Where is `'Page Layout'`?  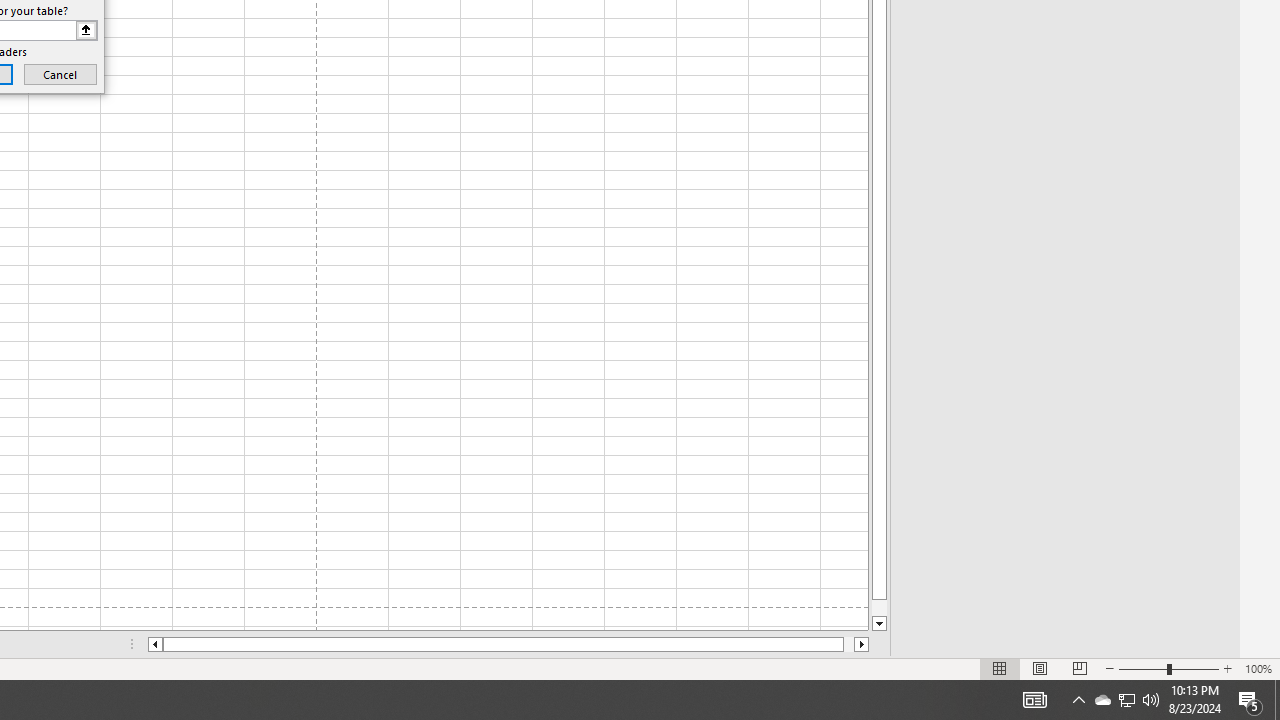
'Page Layout' is located at coordinates (1040, 669).